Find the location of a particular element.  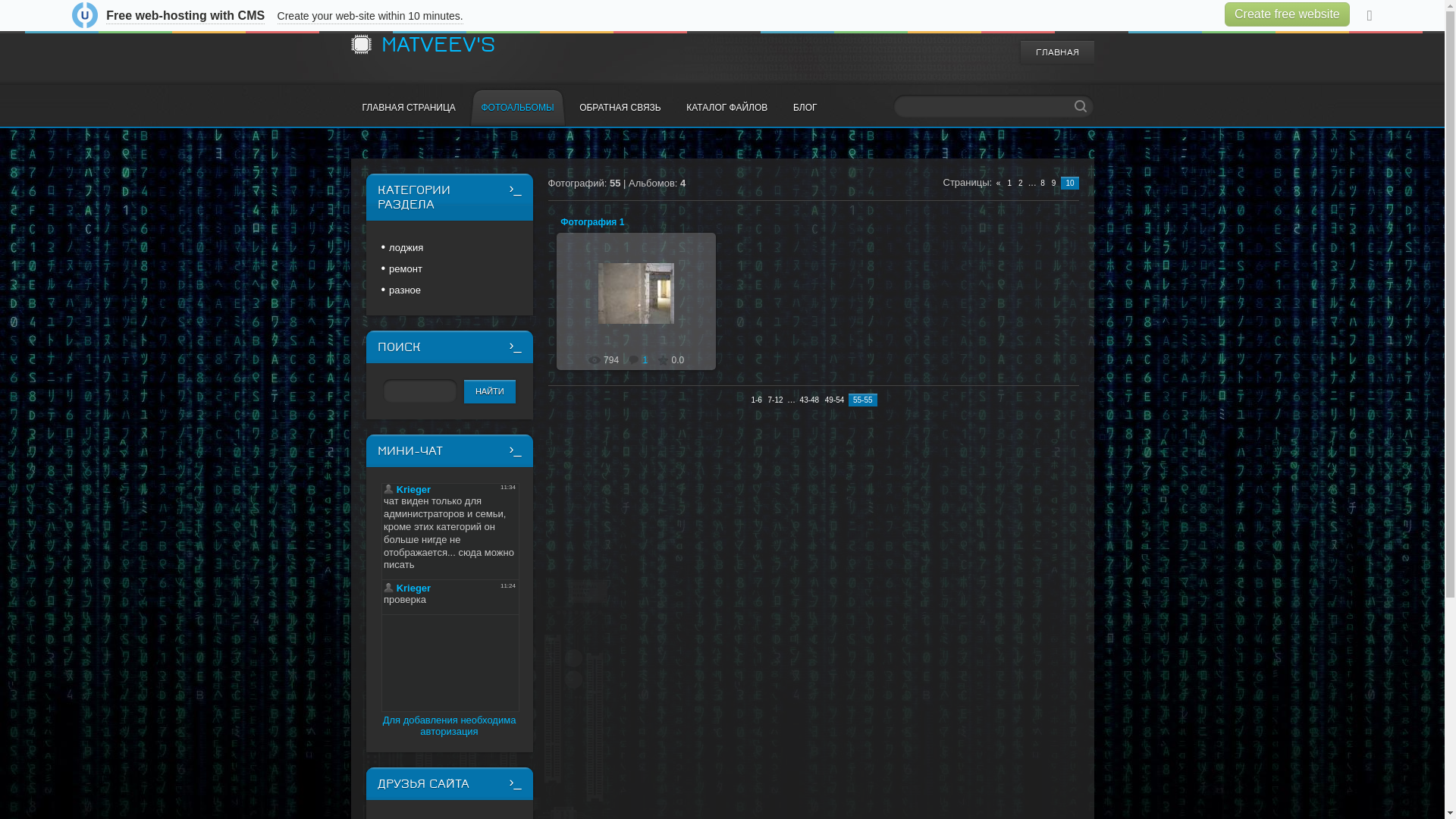

'2' is located at coordinates (1021, 182).